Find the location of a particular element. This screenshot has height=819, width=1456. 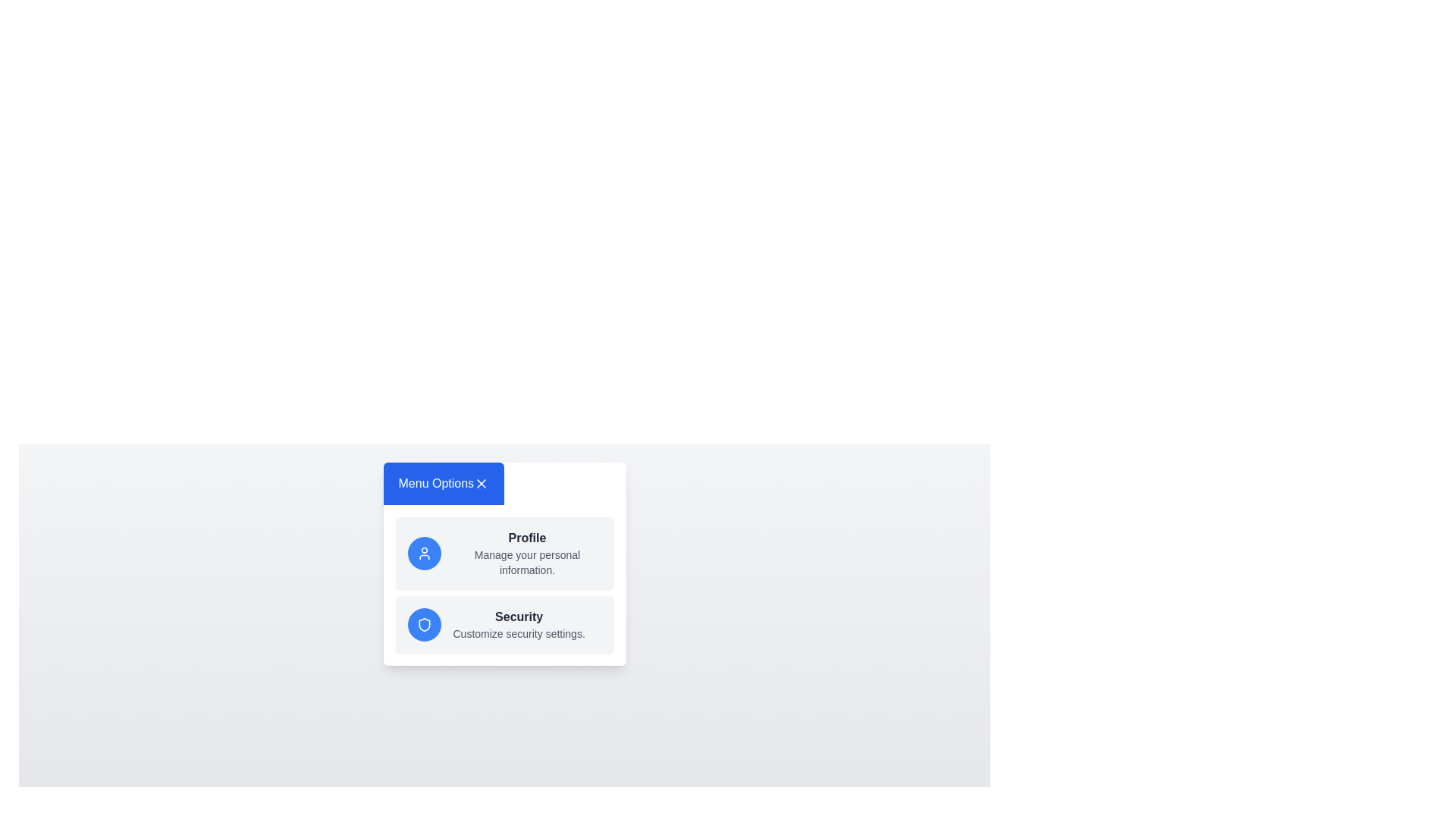

the 'Profile' menu item is located at coordinates (527, 537).